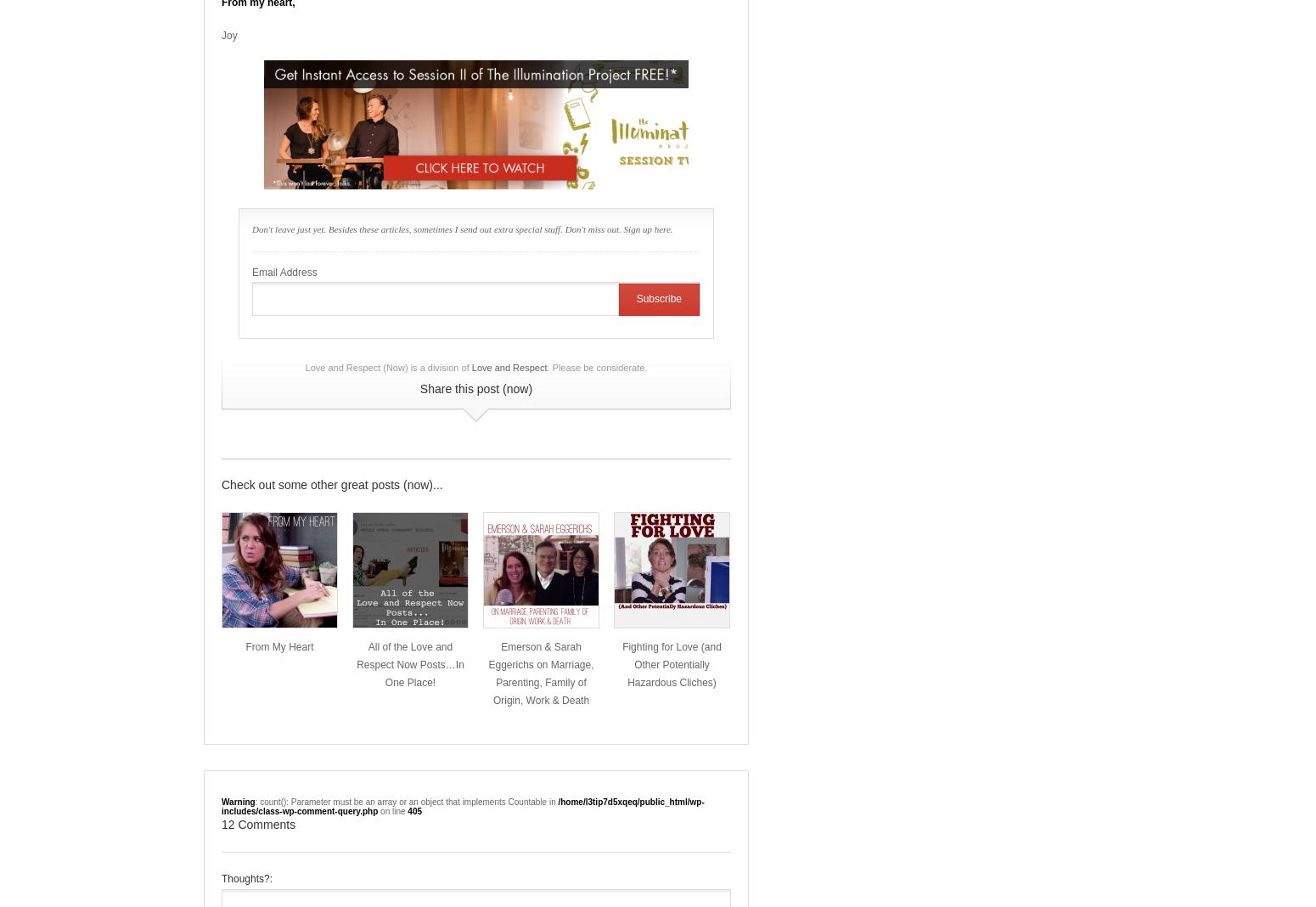 The width and height of the screenshot is (1316, 907). What do you see at coordinates (471, 367) in the screenshot?
I see `'Love and Respect'` at bounding box center [471, 367].